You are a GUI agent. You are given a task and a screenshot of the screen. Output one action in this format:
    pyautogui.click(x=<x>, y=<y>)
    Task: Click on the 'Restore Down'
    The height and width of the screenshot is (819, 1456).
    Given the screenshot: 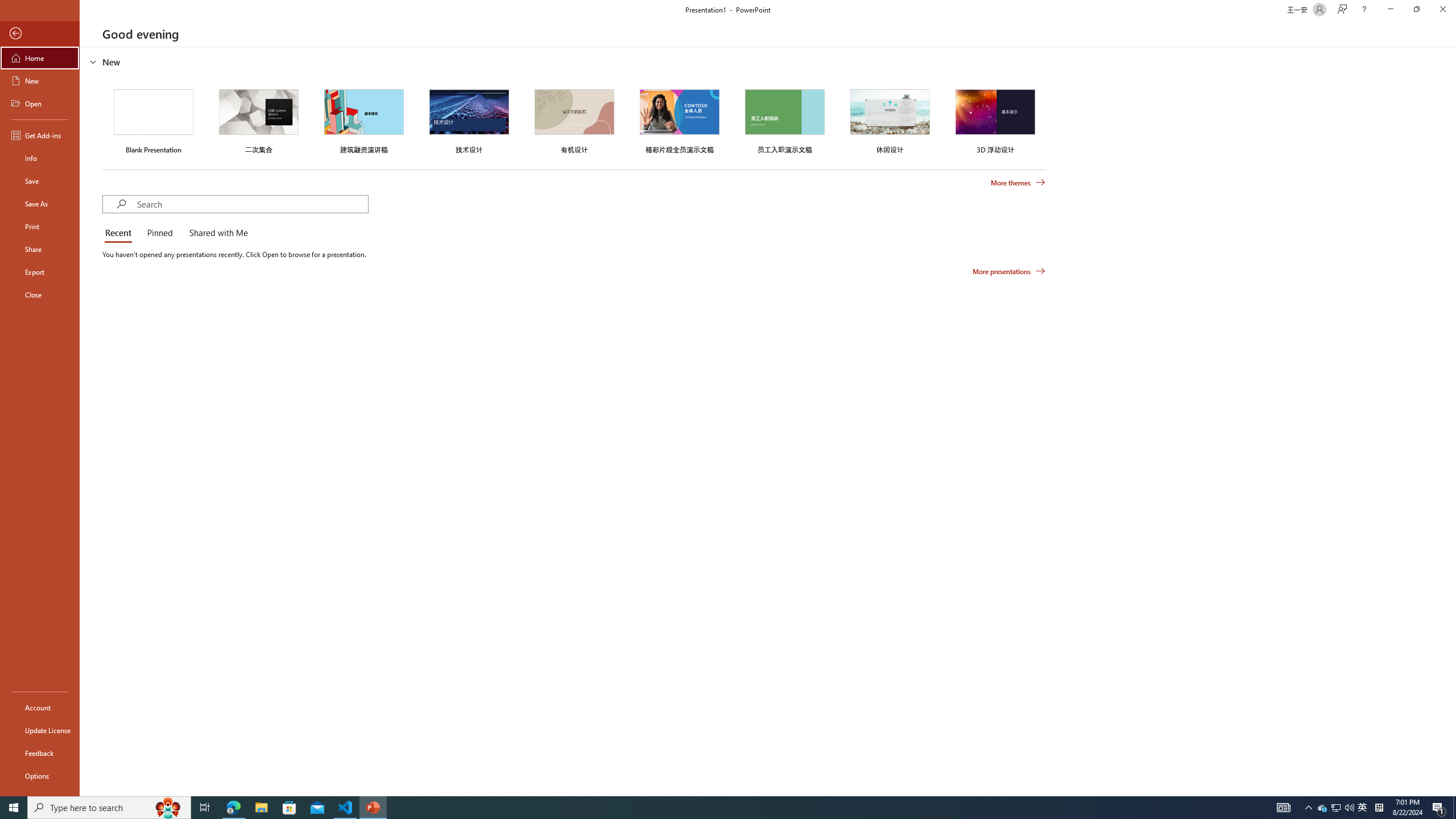 What is the action you would take?
    pyautogui.click(x=1416, y=9)
    